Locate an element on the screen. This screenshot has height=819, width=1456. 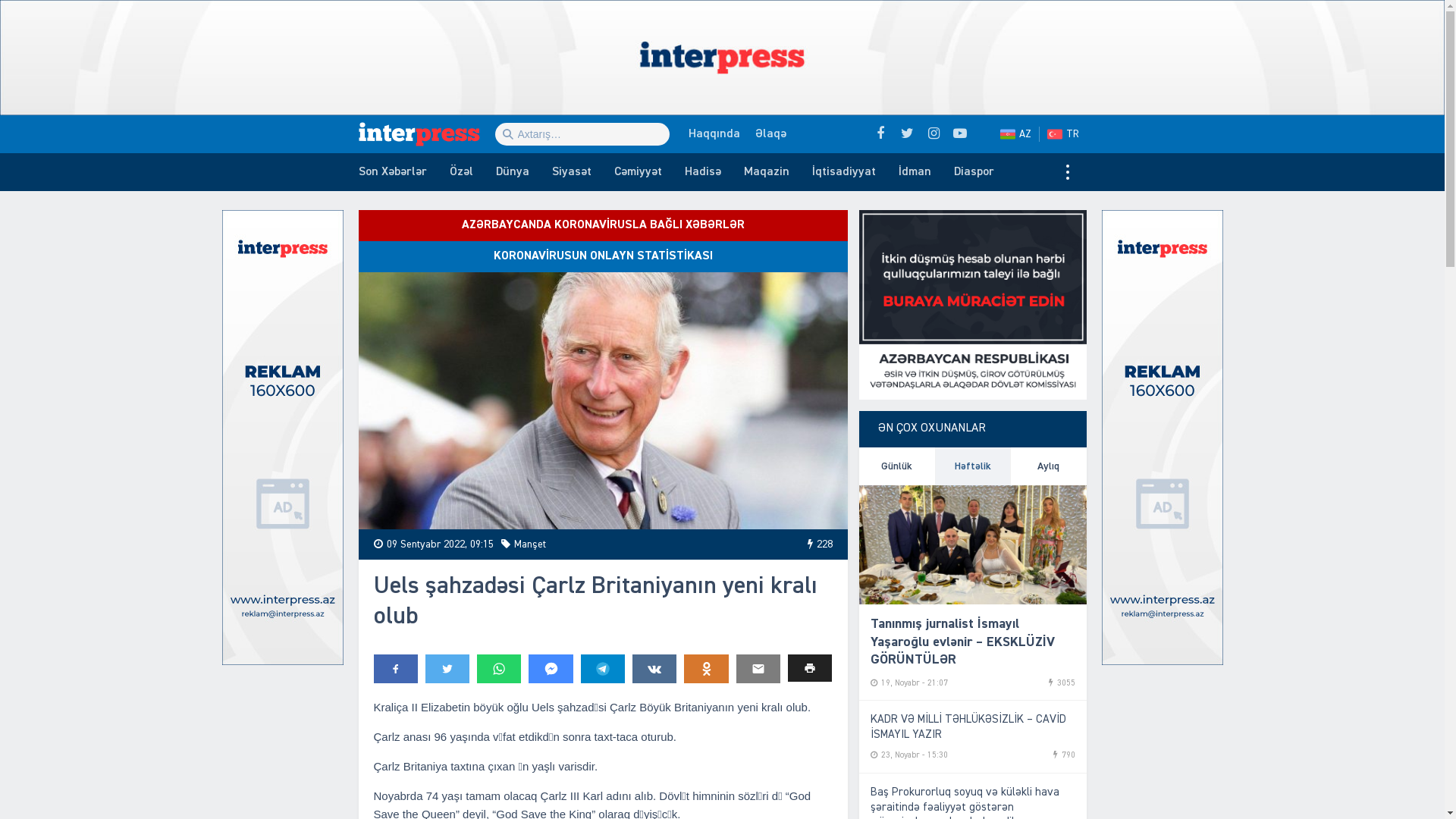
'AZ' is located at coordinates (1015, 133).